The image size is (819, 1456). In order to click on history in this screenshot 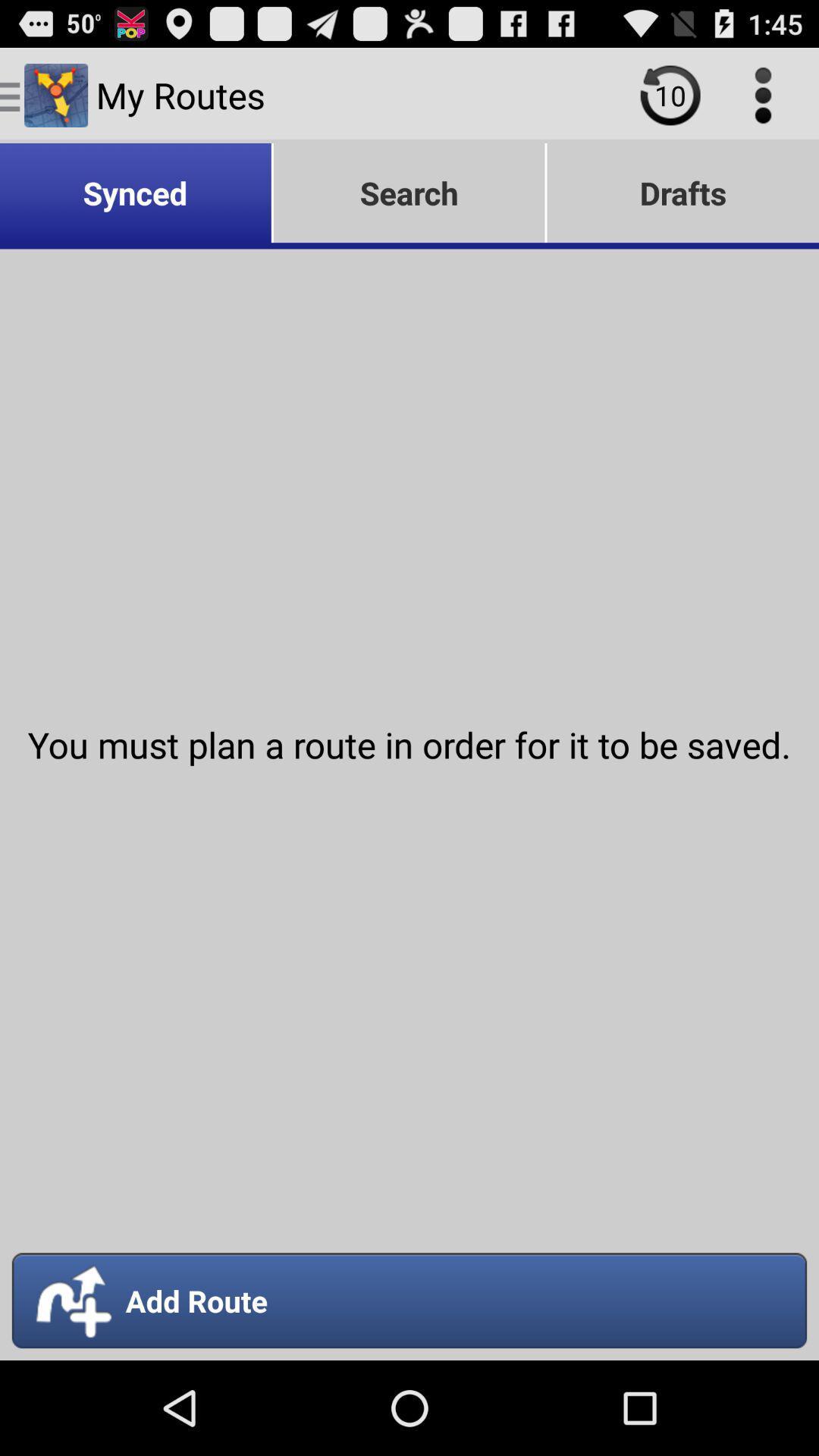, I will do `click(670, 94)`.